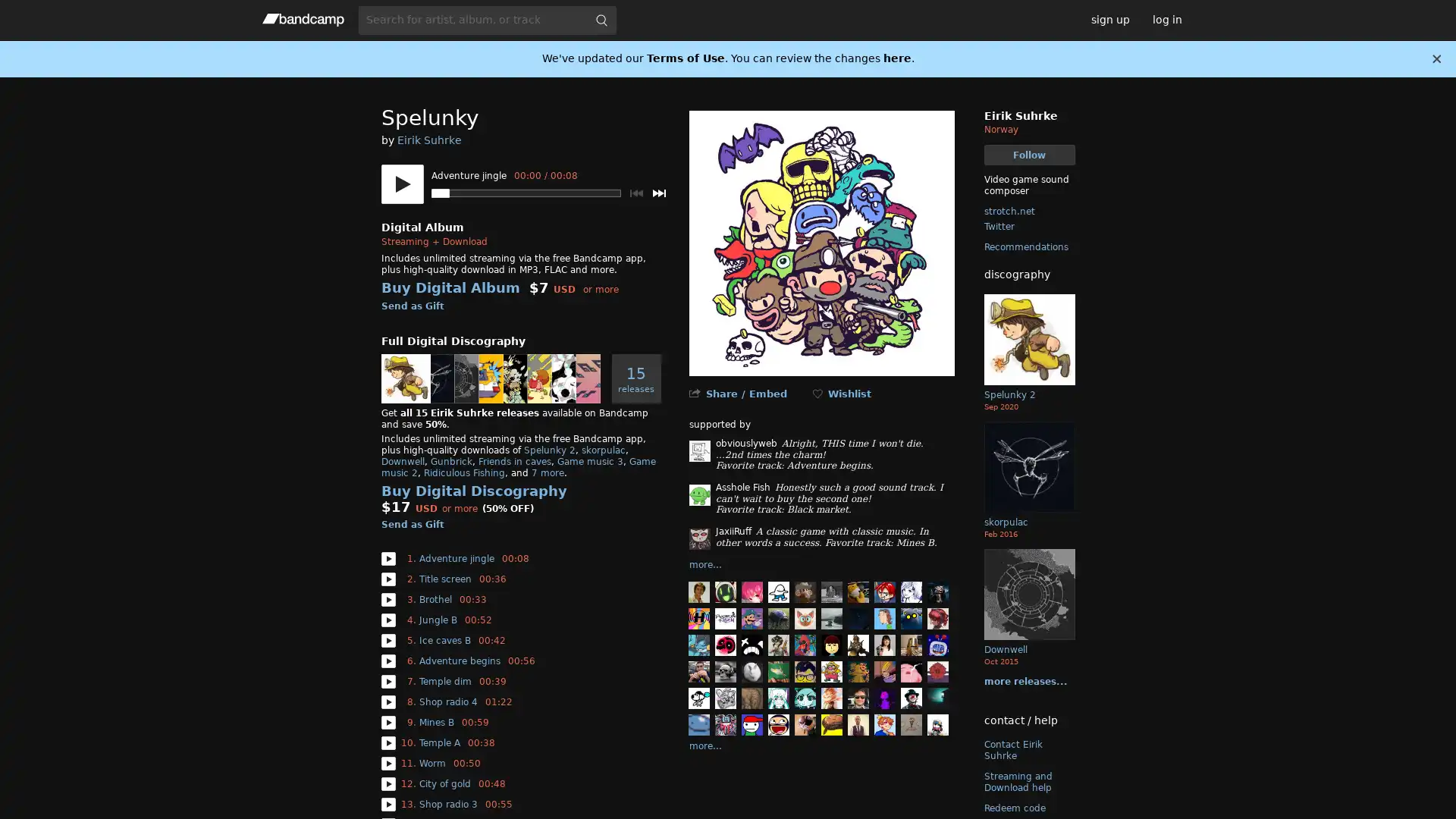  What do you see at coordinates (388, 660) in the screenshot?
I see `Play Adventure begins` at bounding box center [388, 660].